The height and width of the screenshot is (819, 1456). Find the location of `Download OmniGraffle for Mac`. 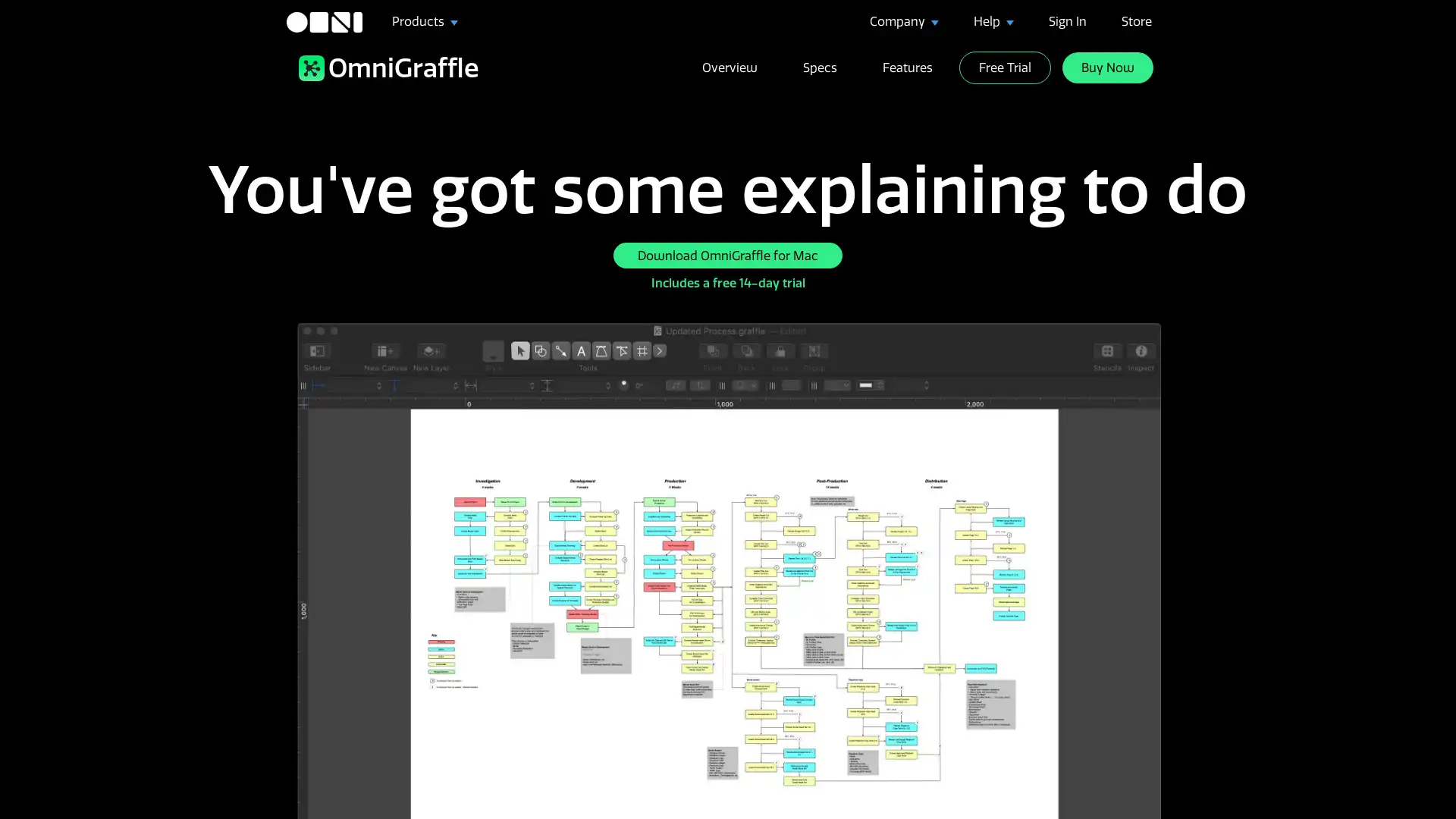

Download OmniGraffle for Mac is located at coordinates (728, 254).